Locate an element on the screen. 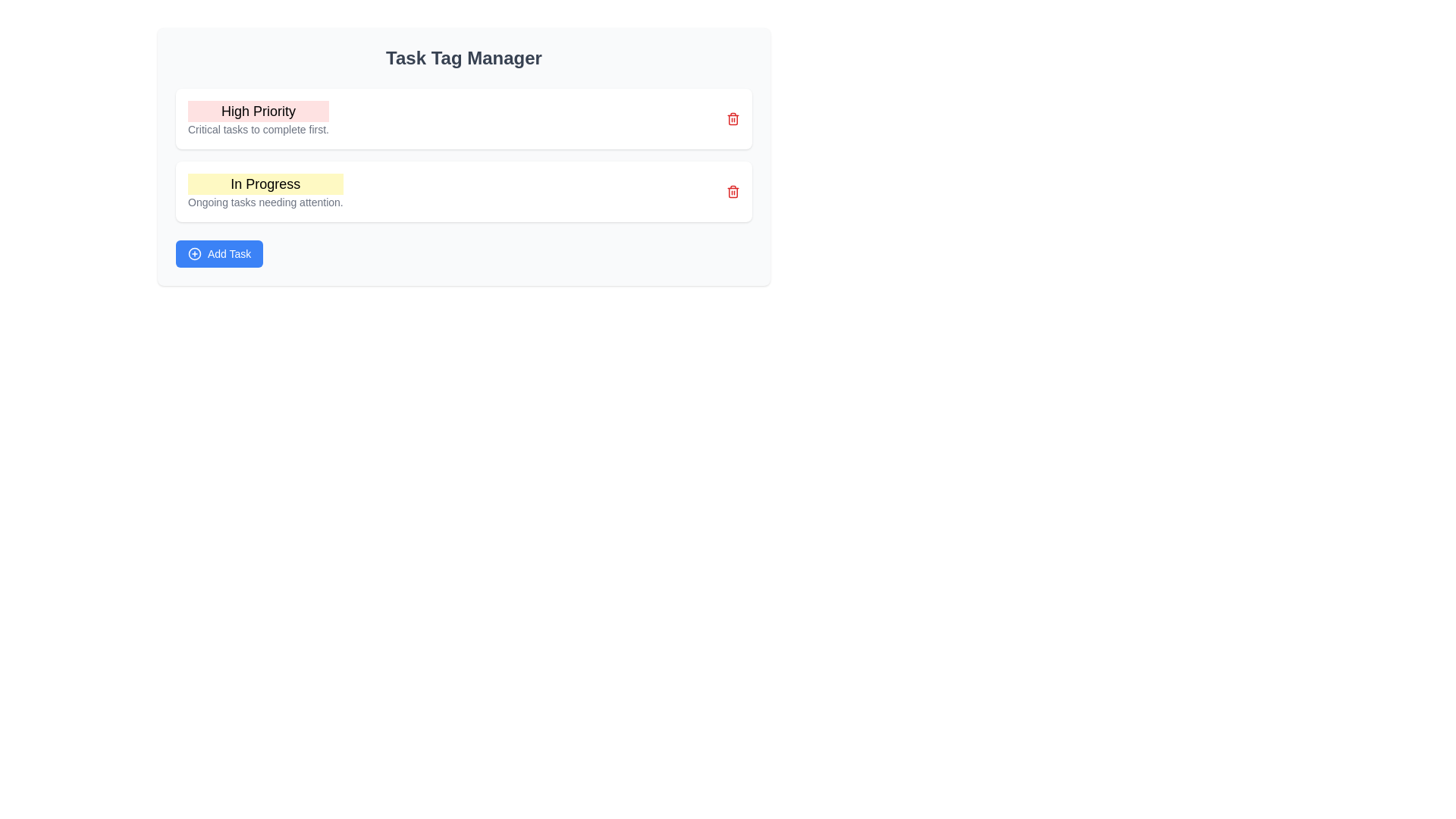 This screenshot has width=1456, height=819. the 'High Priority' text display header with a light red background and the subtitle 'Critical tasks to complete first.' located in the top-left portion of the first card in the list is located at coordinates (258, 118).